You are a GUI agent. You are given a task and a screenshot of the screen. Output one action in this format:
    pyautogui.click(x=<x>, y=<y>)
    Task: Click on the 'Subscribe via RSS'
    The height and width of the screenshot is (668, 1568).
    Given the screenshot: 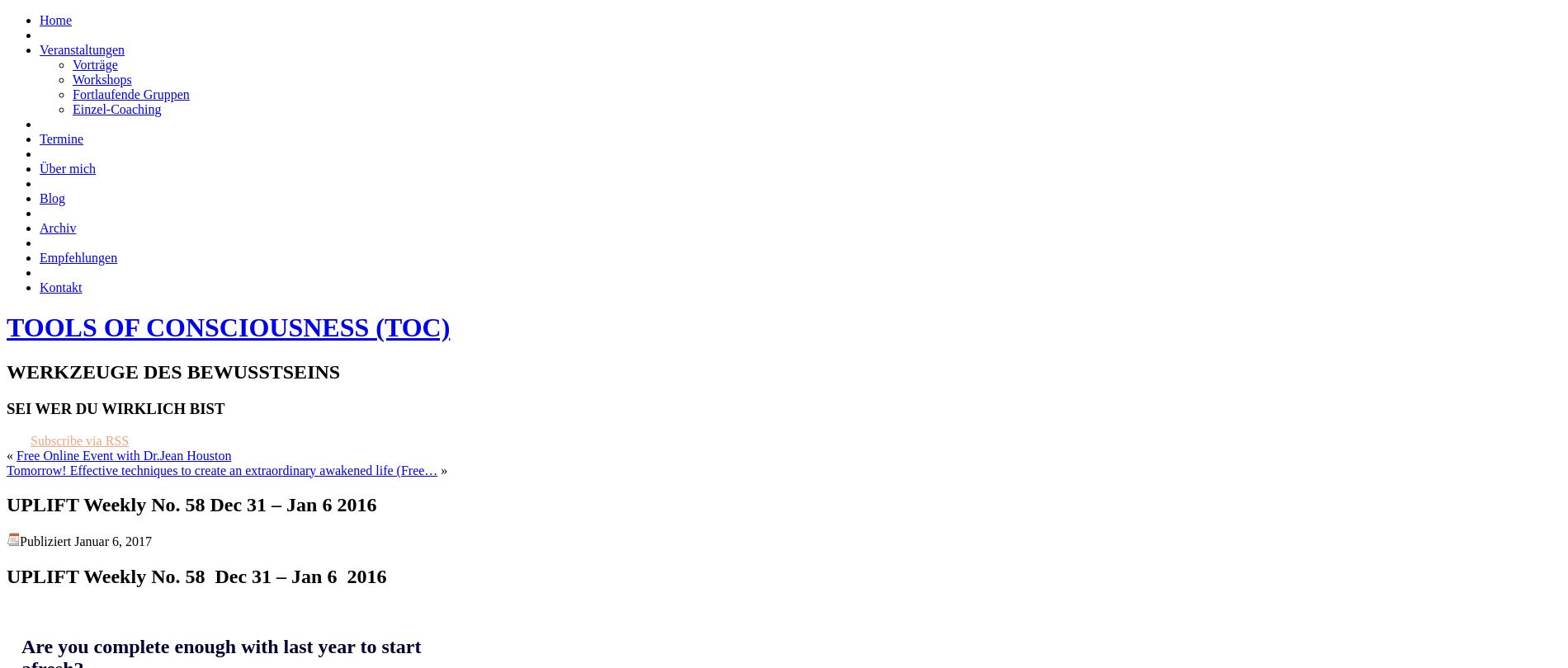 What is the action you would take?
    pyautogui.click(x=79, y=440)
    